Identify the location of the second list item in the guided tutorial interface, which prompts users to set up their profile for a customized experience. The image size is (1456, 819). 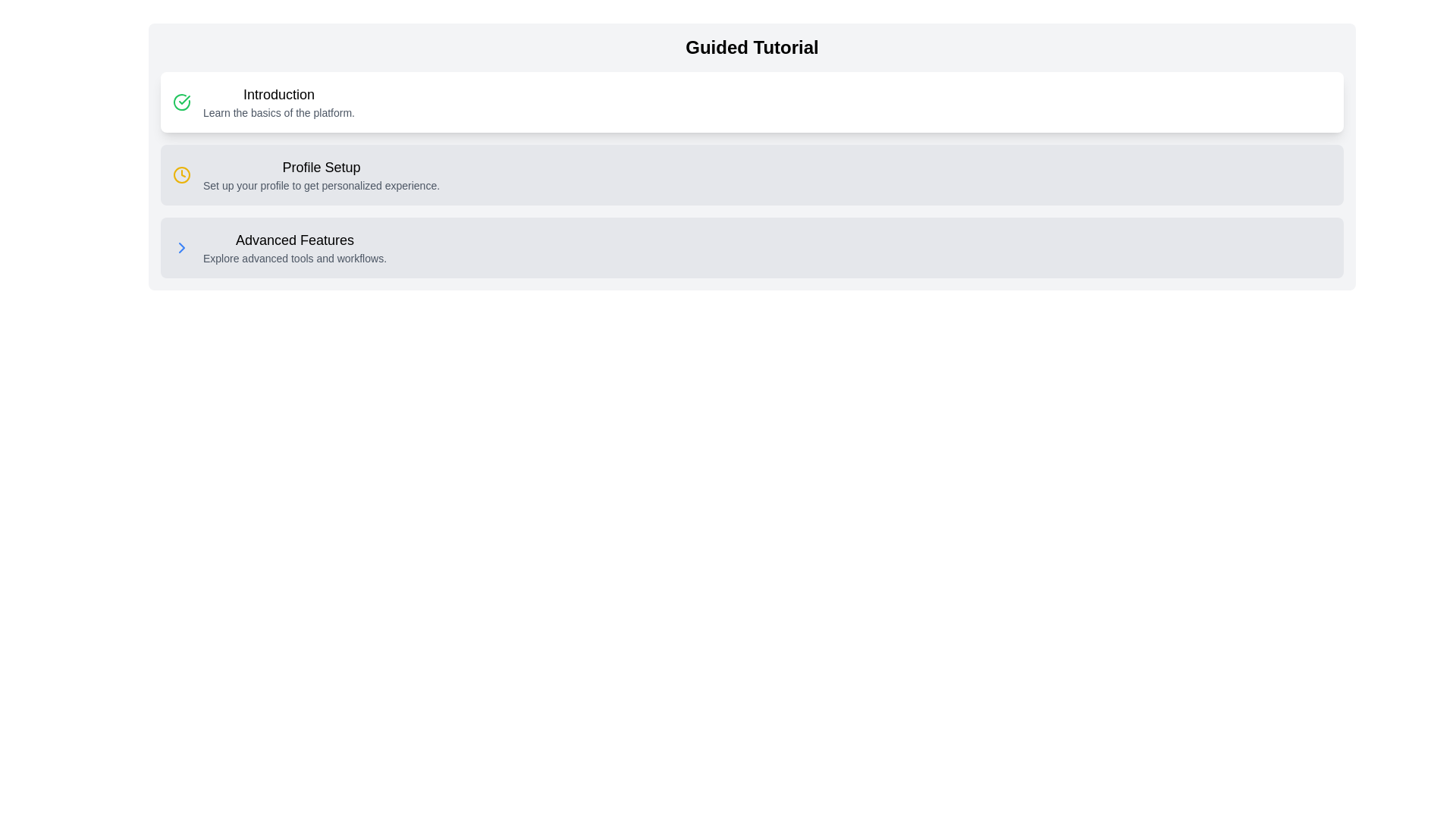
(752, 174).